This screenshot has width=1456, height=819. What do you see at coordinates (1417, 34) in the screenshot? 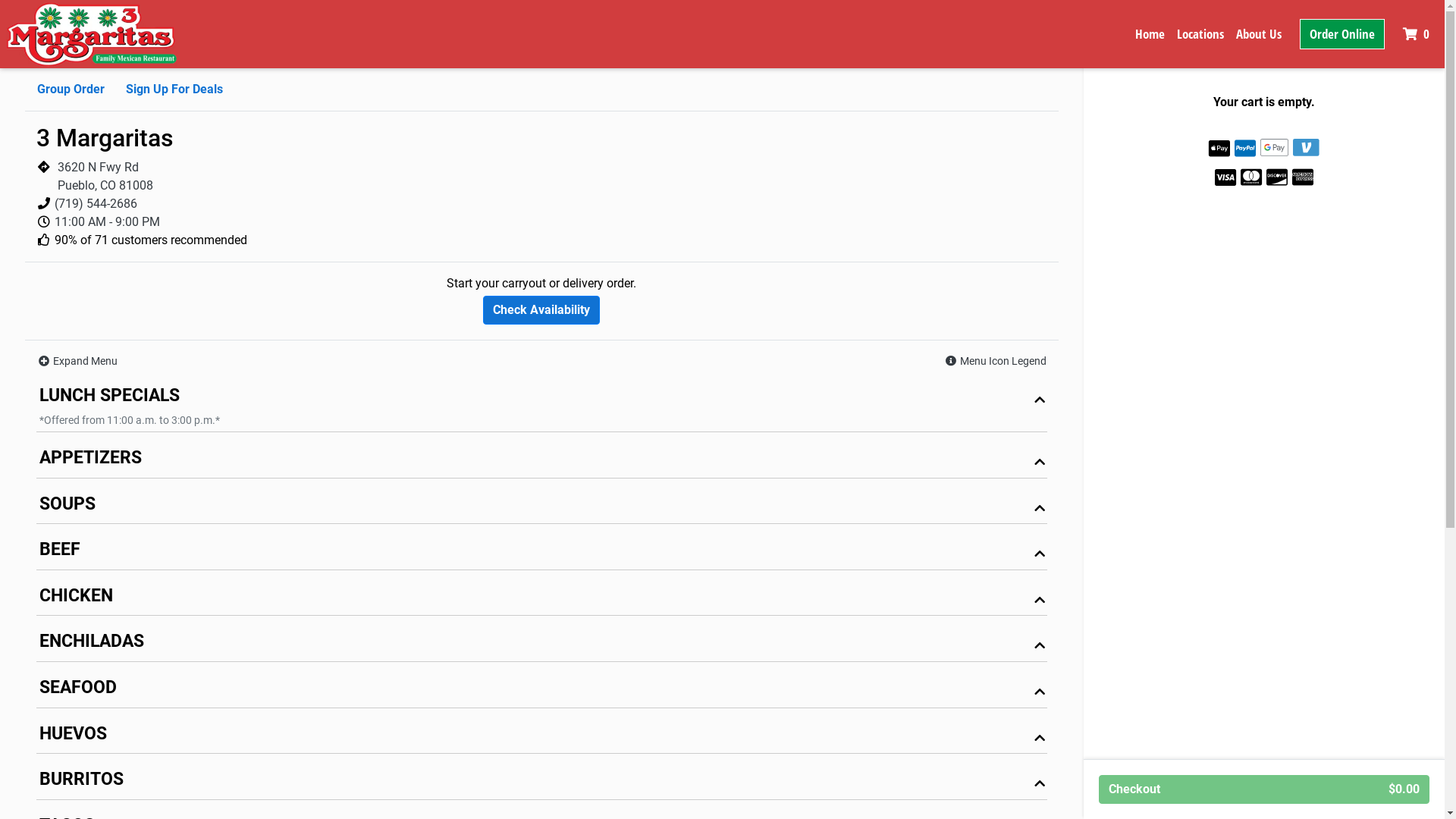
I see `'0` at bounding box center [1417, 34].